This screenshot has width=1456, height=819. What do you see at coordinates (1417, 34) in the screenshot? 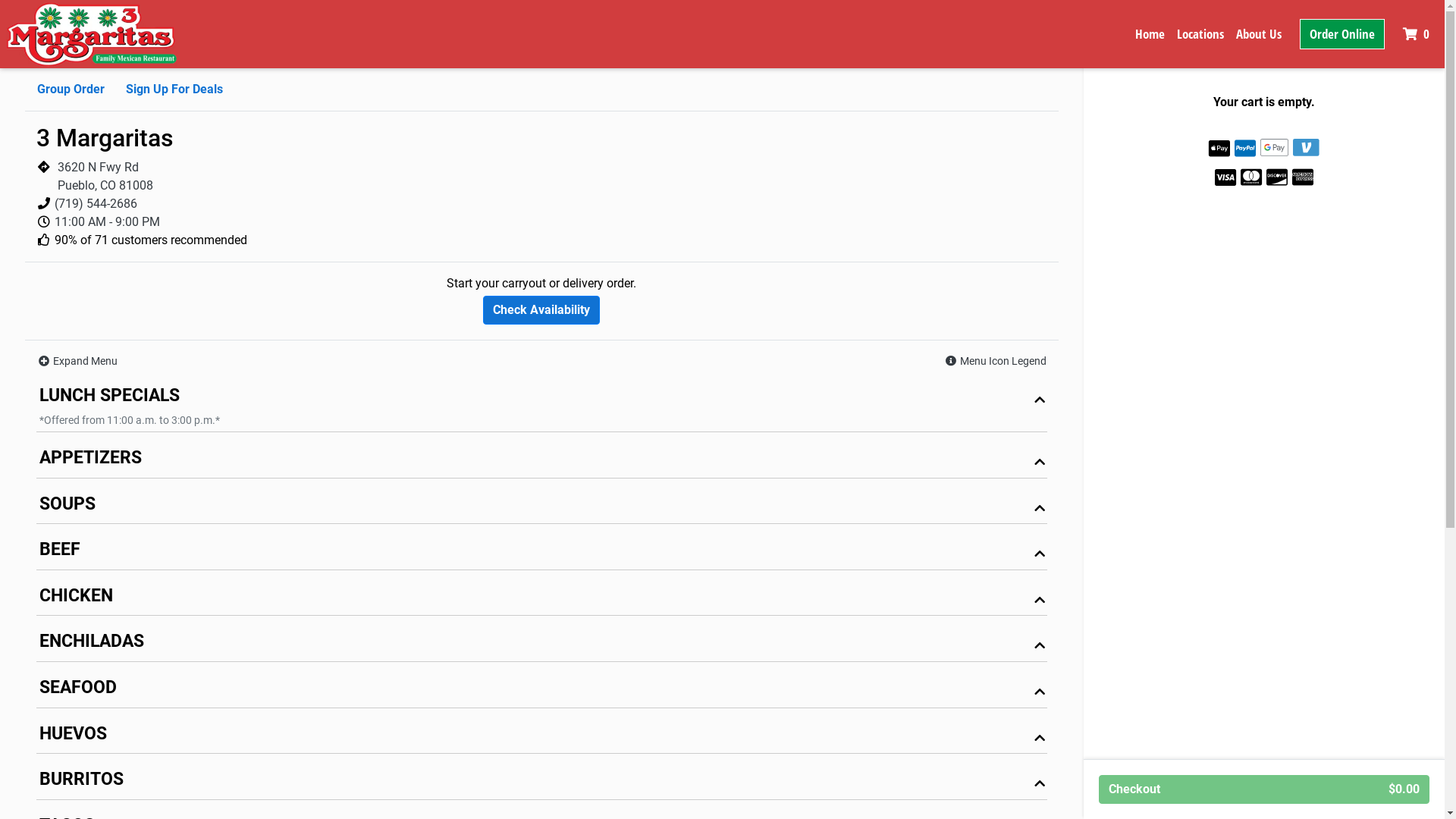
I see `'0` at bounding box center [1417, 34].